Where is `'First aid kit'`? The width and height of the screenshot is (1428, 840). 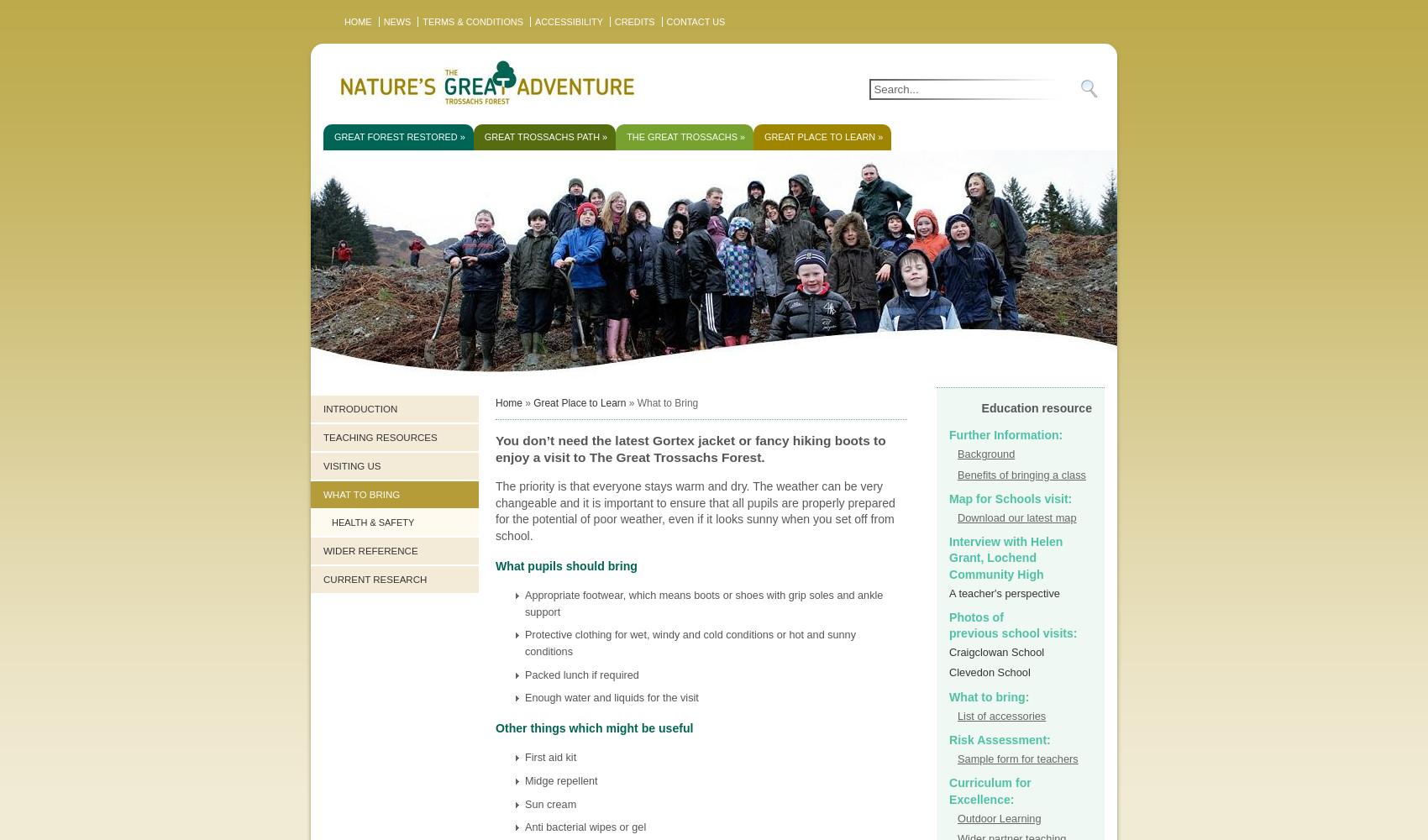
'First aid kit' is located at coordinates (550, 758).